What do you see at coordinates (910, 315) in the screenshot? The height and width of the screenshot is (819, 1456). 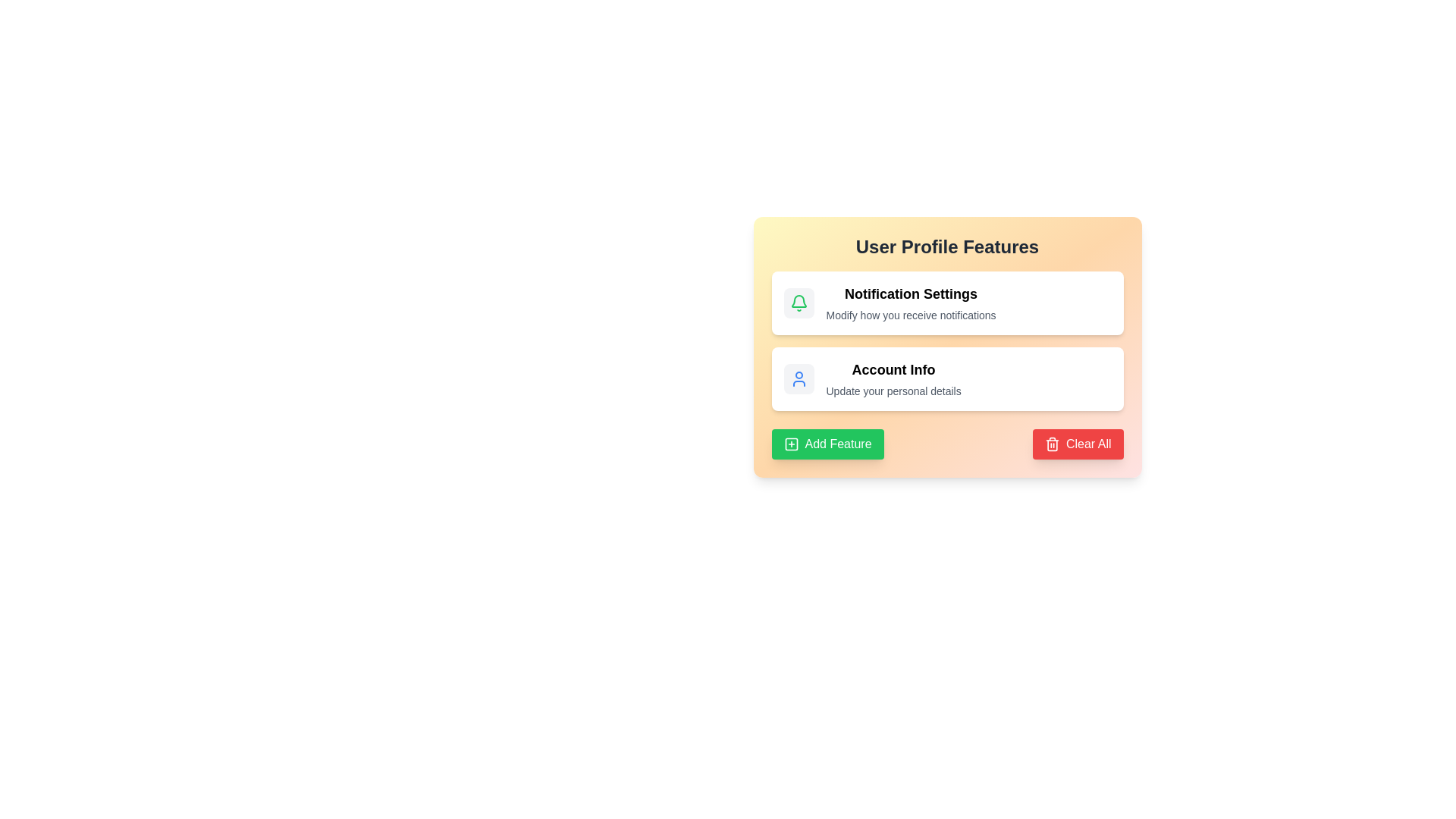 I see `supplementary description text label located directly below the 'Notification Settings' heading in the rectangular card layout` at bounding box center [910, 315].